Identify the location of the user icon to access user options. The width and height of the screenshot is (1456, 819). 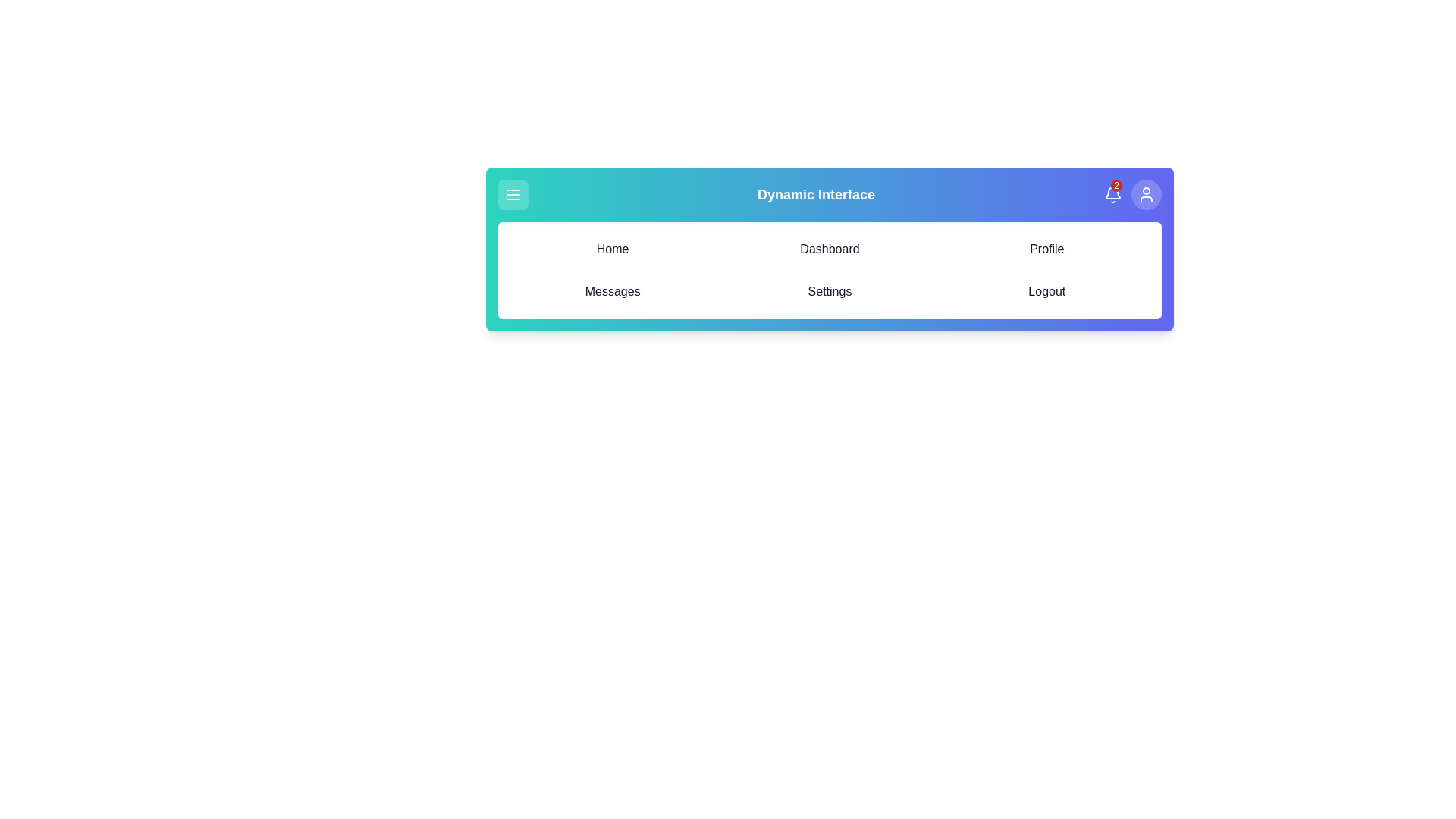
(1147, 194).